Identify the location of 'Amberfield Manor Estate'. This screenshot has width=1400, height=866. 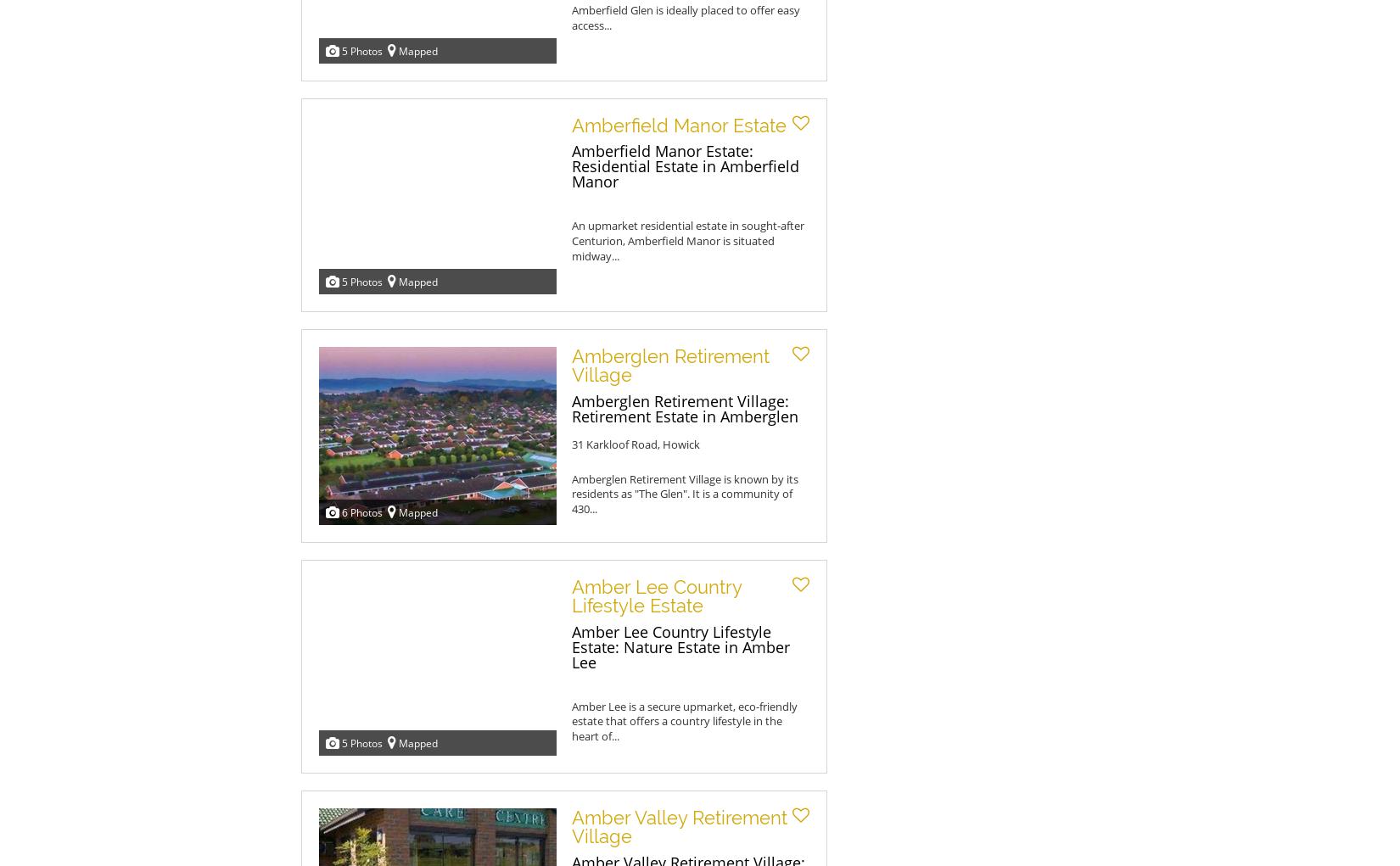
(571, 126).